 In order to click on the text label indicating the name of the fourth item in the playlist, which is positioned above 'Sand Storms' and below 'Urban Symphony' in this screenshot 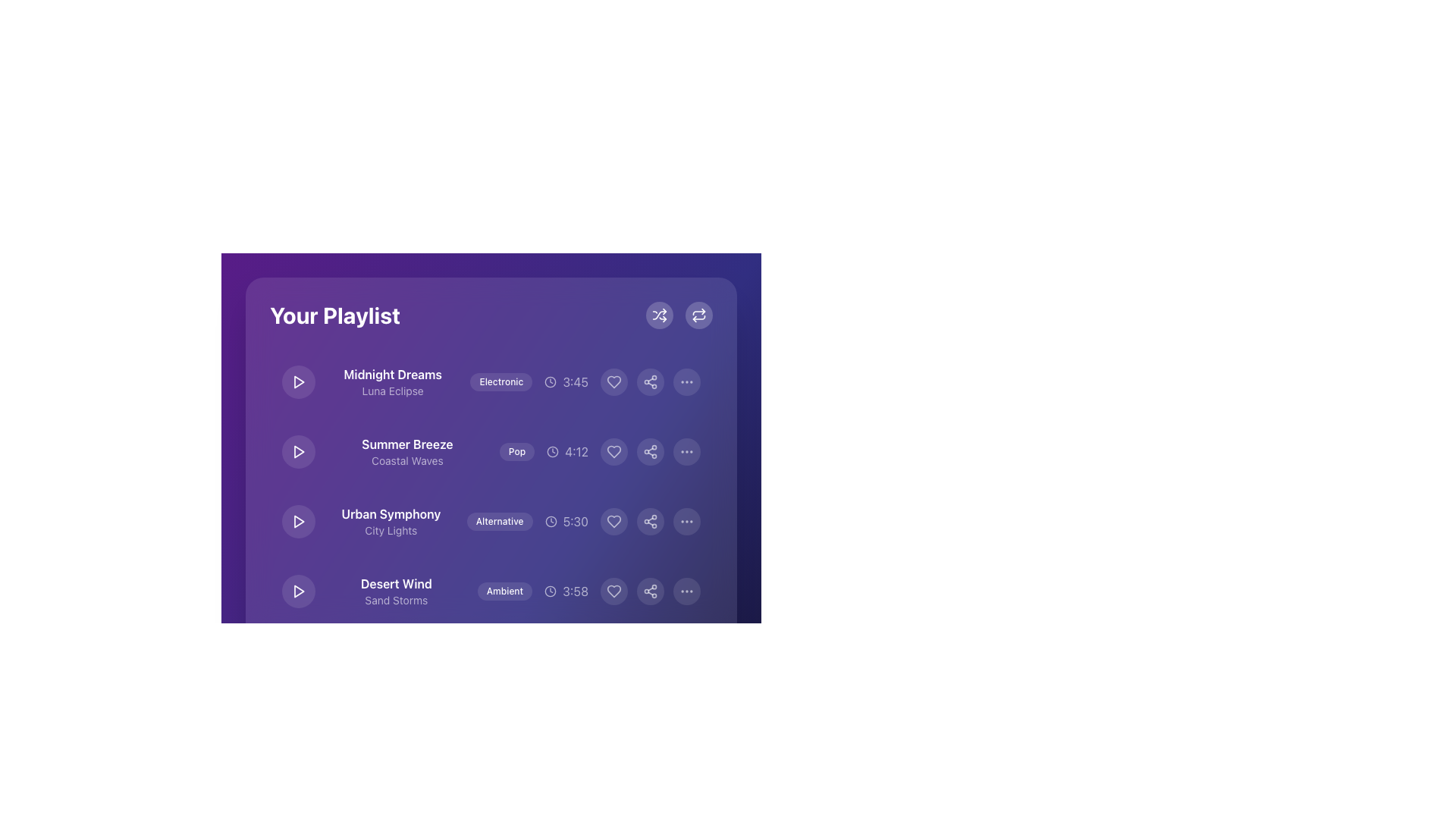, I will do `click(396, 583)`.